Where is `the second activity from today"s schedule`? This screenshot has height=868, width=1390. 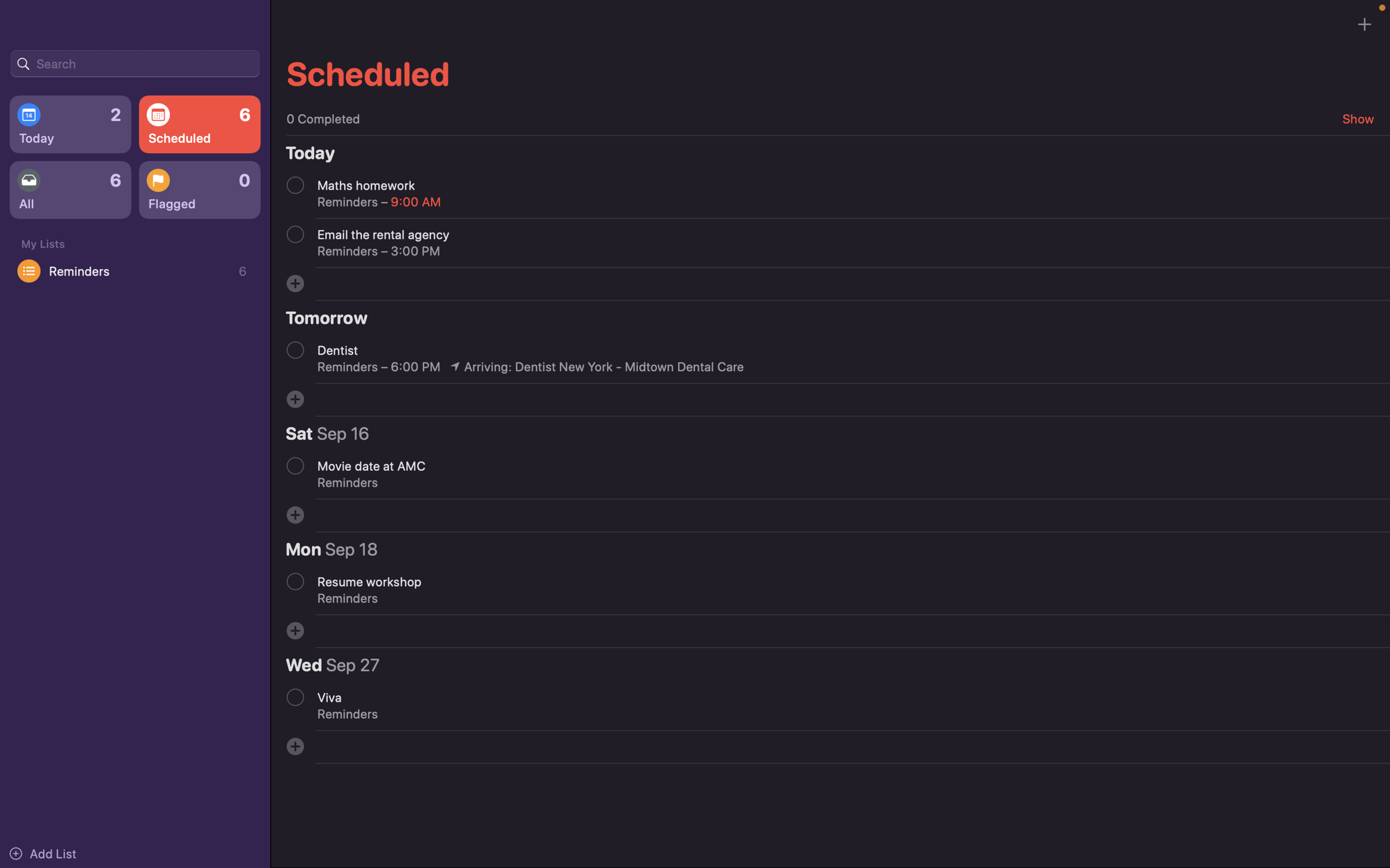
the second activity from today"s schedule is located at coordinates (295, 234).